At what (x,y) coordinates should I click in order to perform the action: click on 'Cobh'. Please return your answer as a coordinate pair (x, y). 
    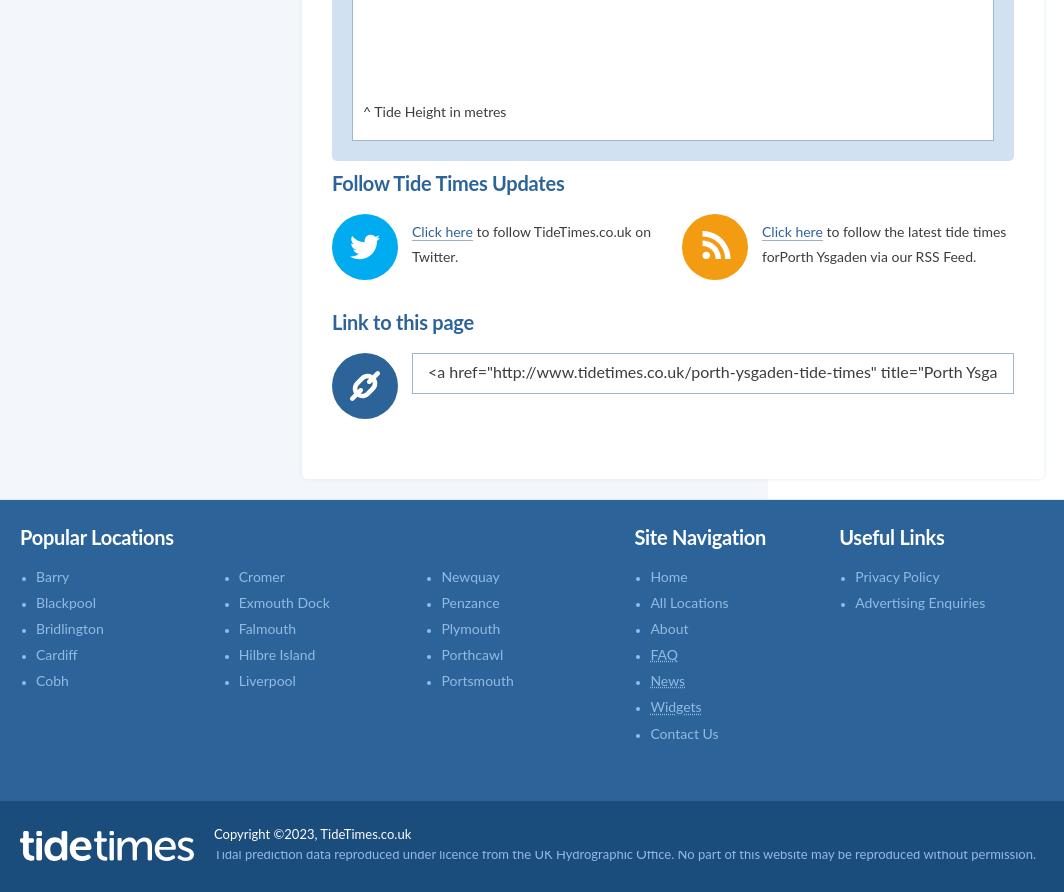
    Looking at the image, I should click on (52, 682).